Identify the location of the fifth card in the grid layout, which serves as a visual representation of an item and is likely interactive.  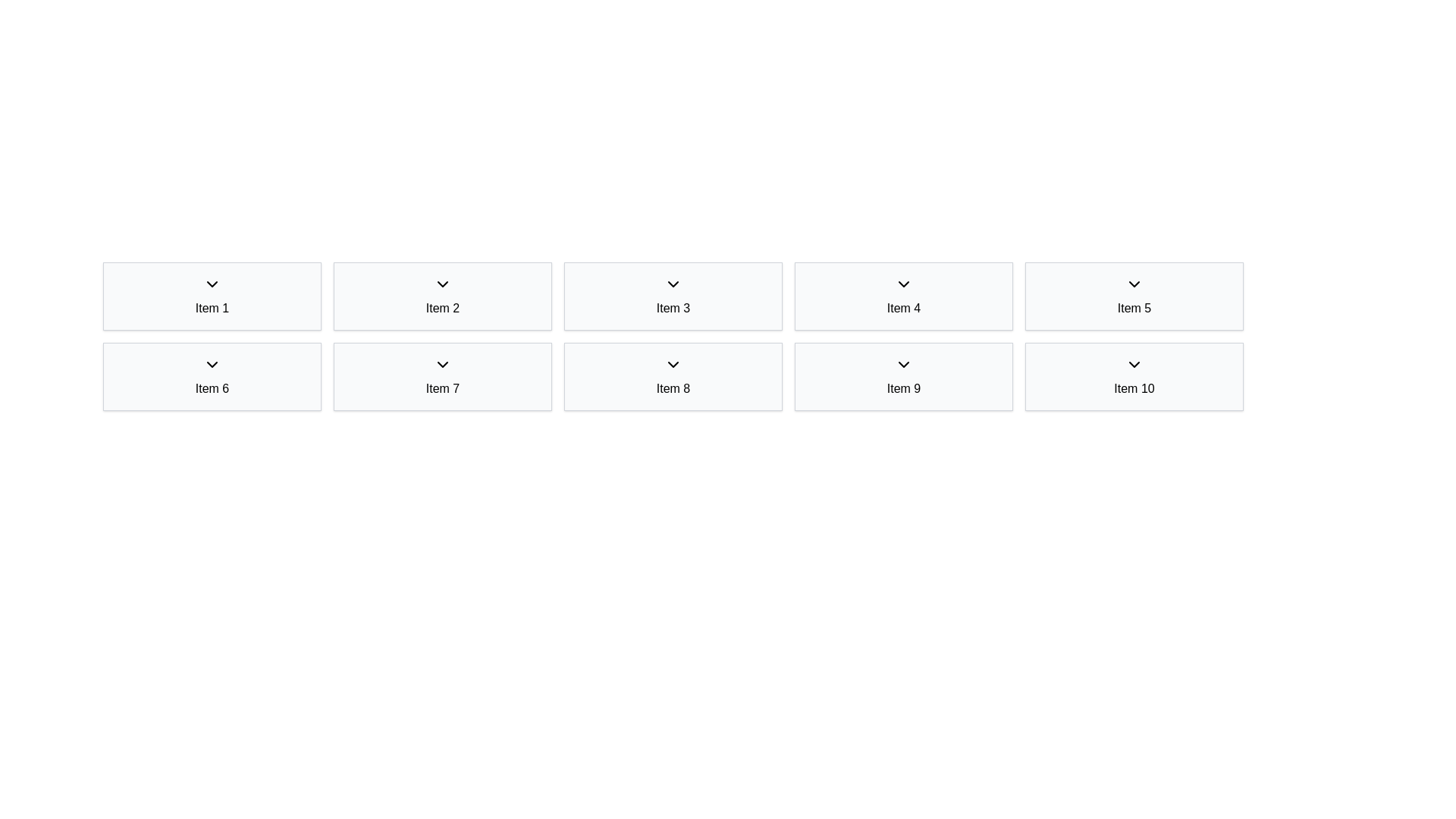
(1134, 296).